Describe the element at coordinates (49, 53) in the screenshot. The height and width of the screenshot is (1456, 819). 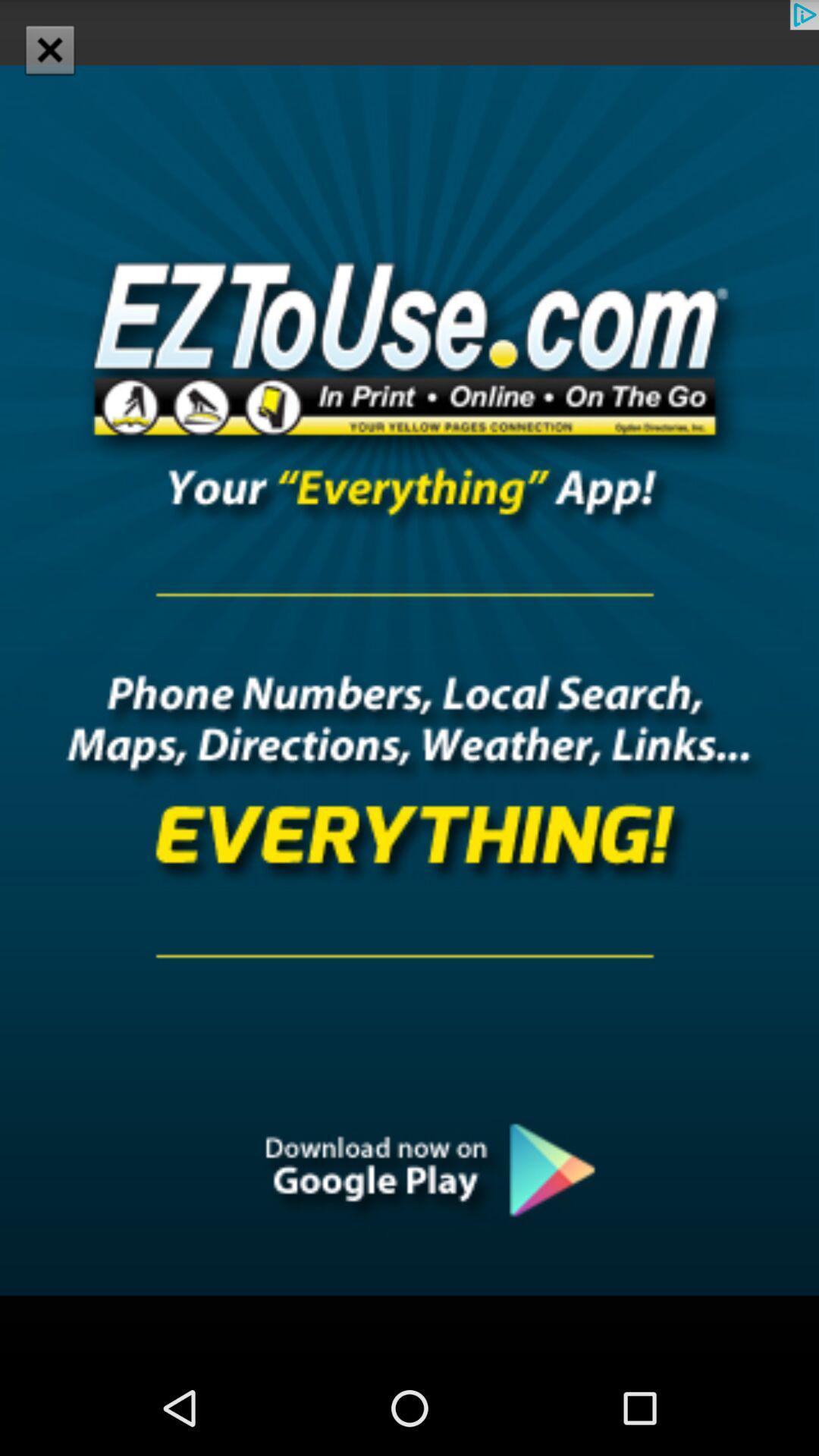
I see `the close icon` at that location.